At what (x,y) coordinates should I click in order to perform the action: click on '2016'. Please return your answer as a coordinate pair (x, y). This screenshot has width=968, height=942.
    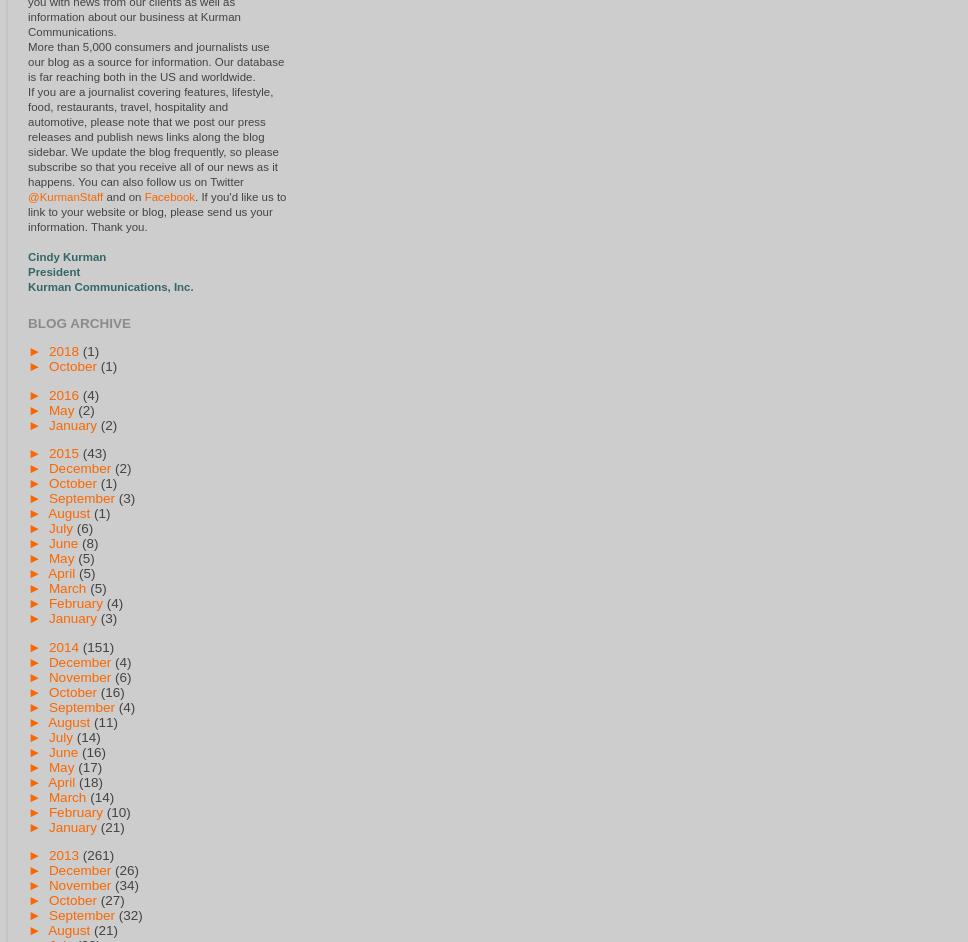
    Looking at the image, I should click on (63, 394).